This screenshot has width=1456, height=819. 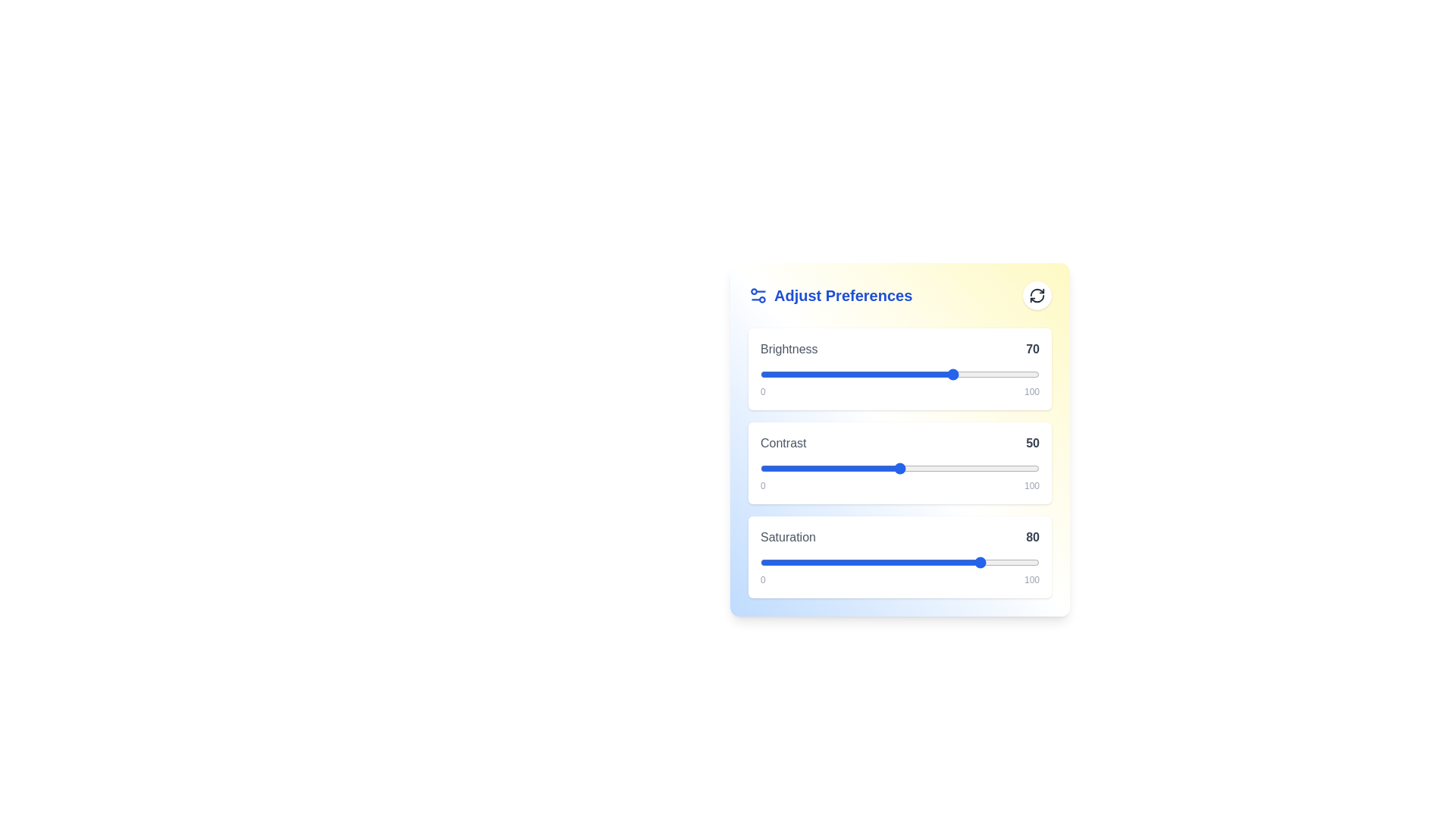 I want to click on brightness, so click(x=924, y=374).